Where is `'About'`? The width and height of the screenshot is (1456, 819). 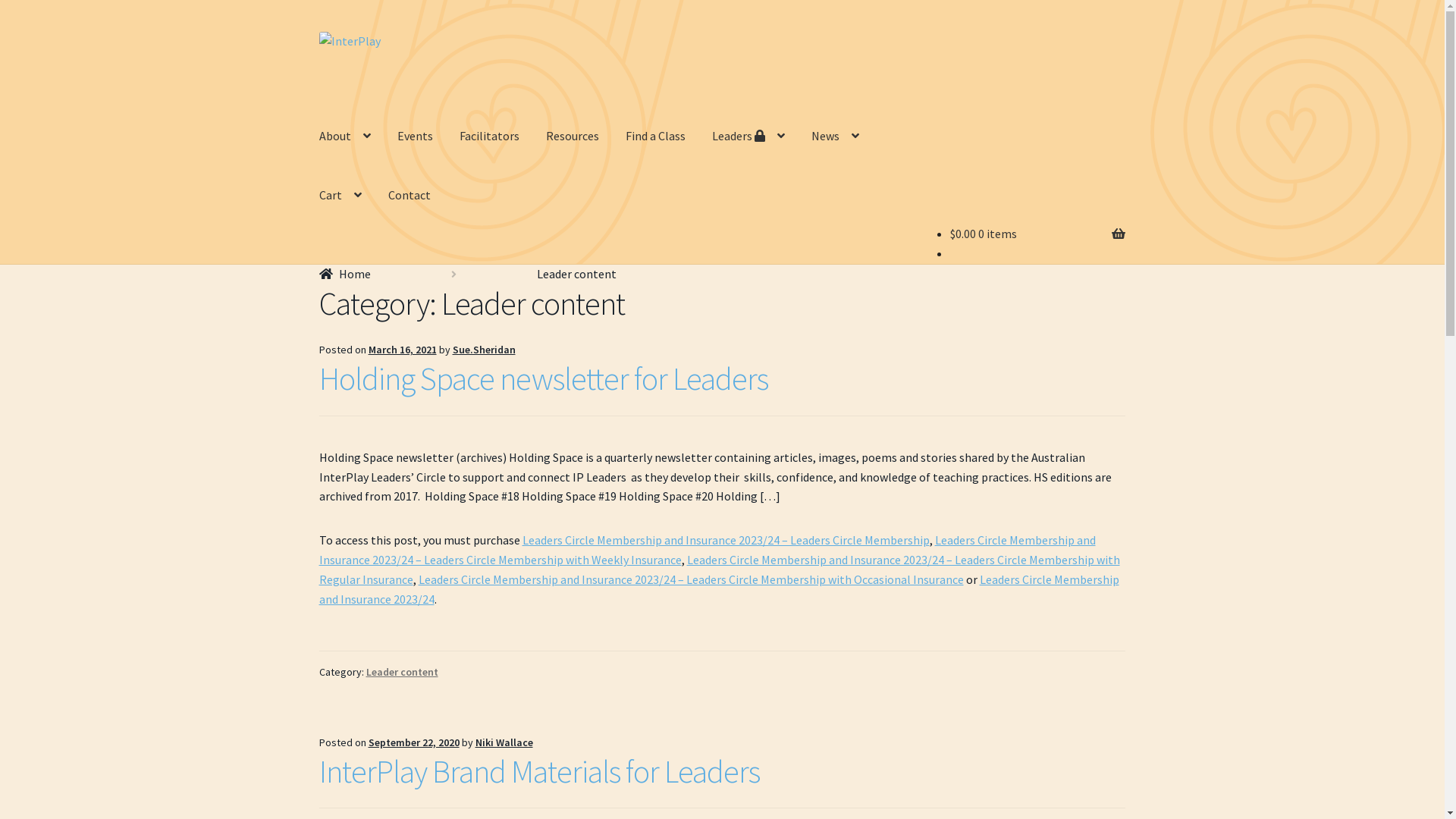 'About' is located at coordinates (344, 136).